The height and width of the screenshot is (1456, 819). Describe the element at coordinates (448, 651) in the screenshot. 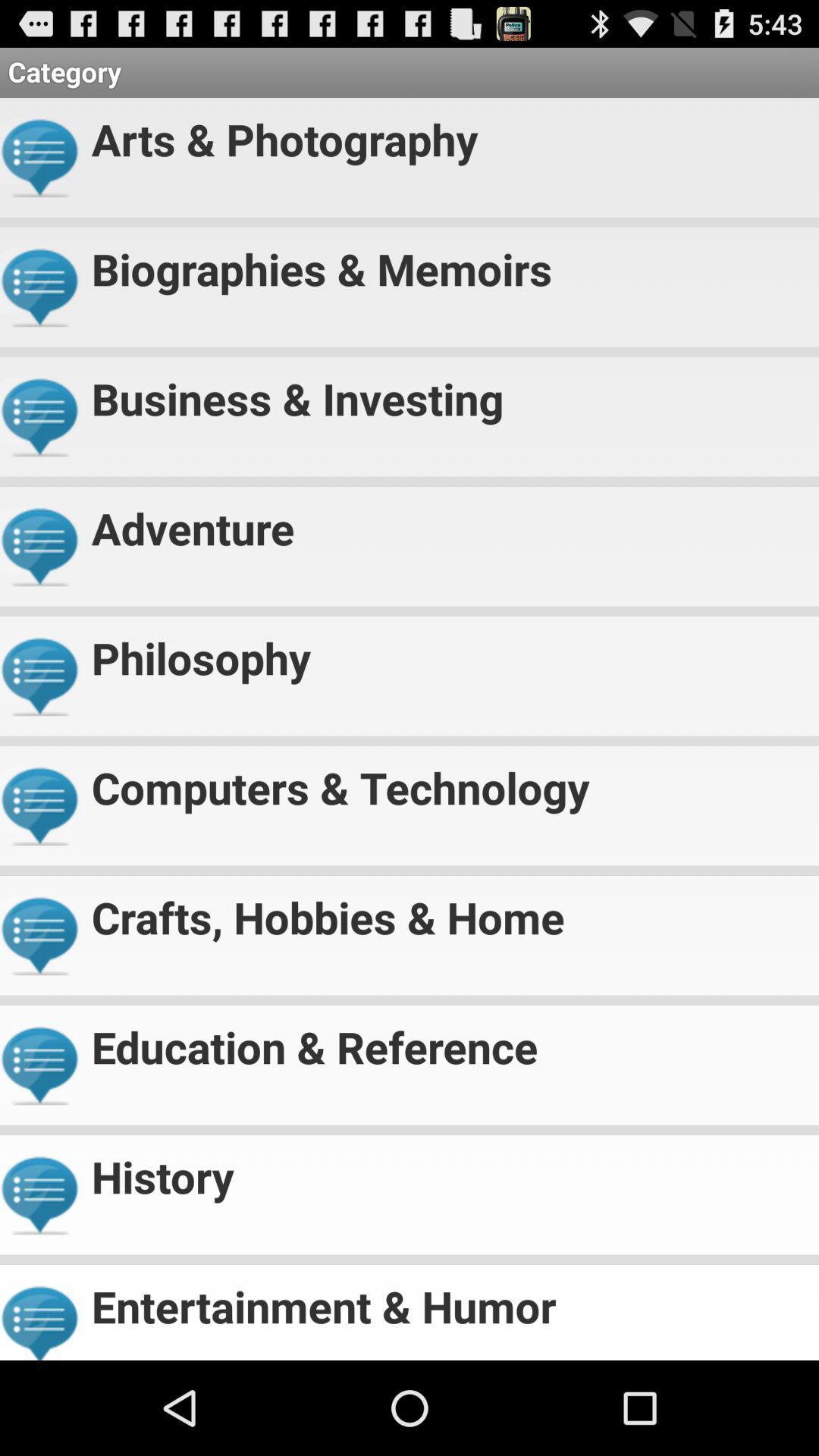

I see `philosophy` at that location.